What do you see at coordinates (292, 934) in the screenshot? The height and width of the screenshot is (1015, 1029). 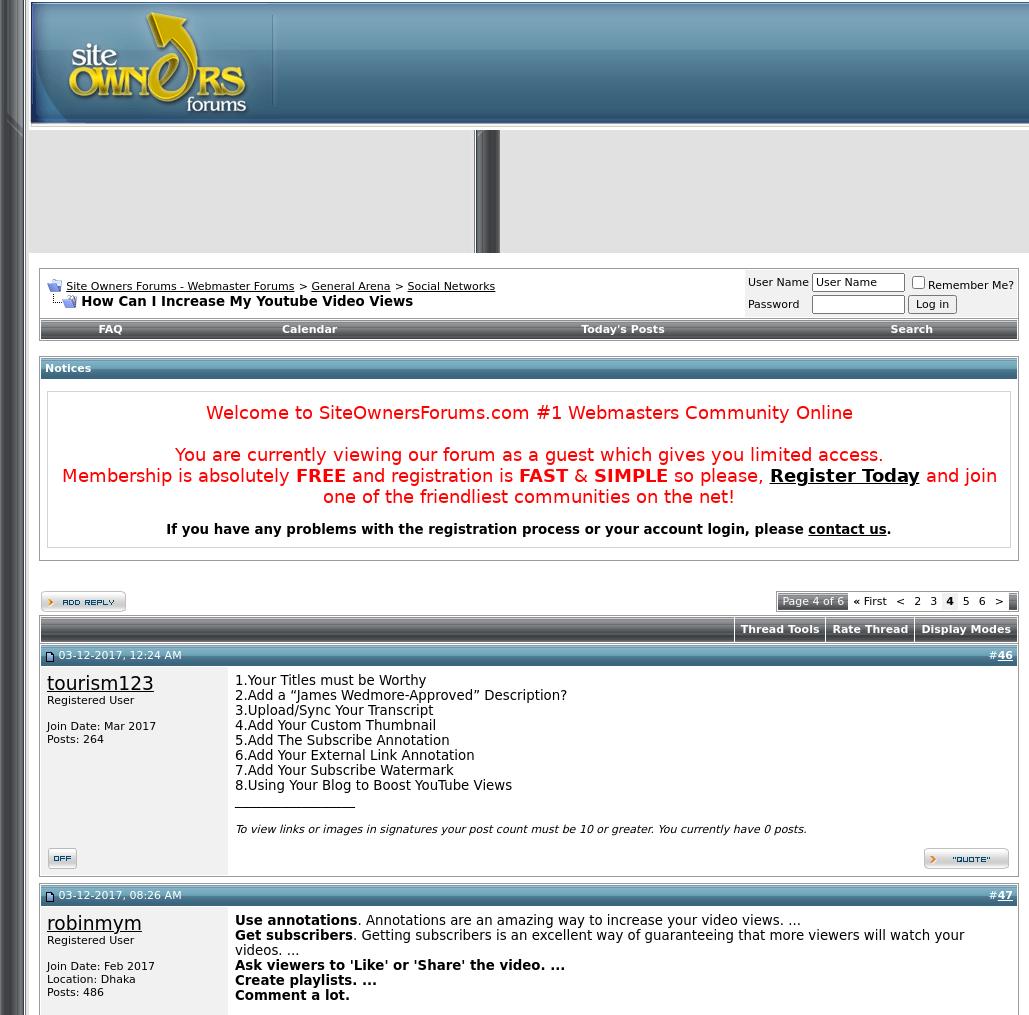 I see `'Get subscribers'` at bounding box center [292, 934].